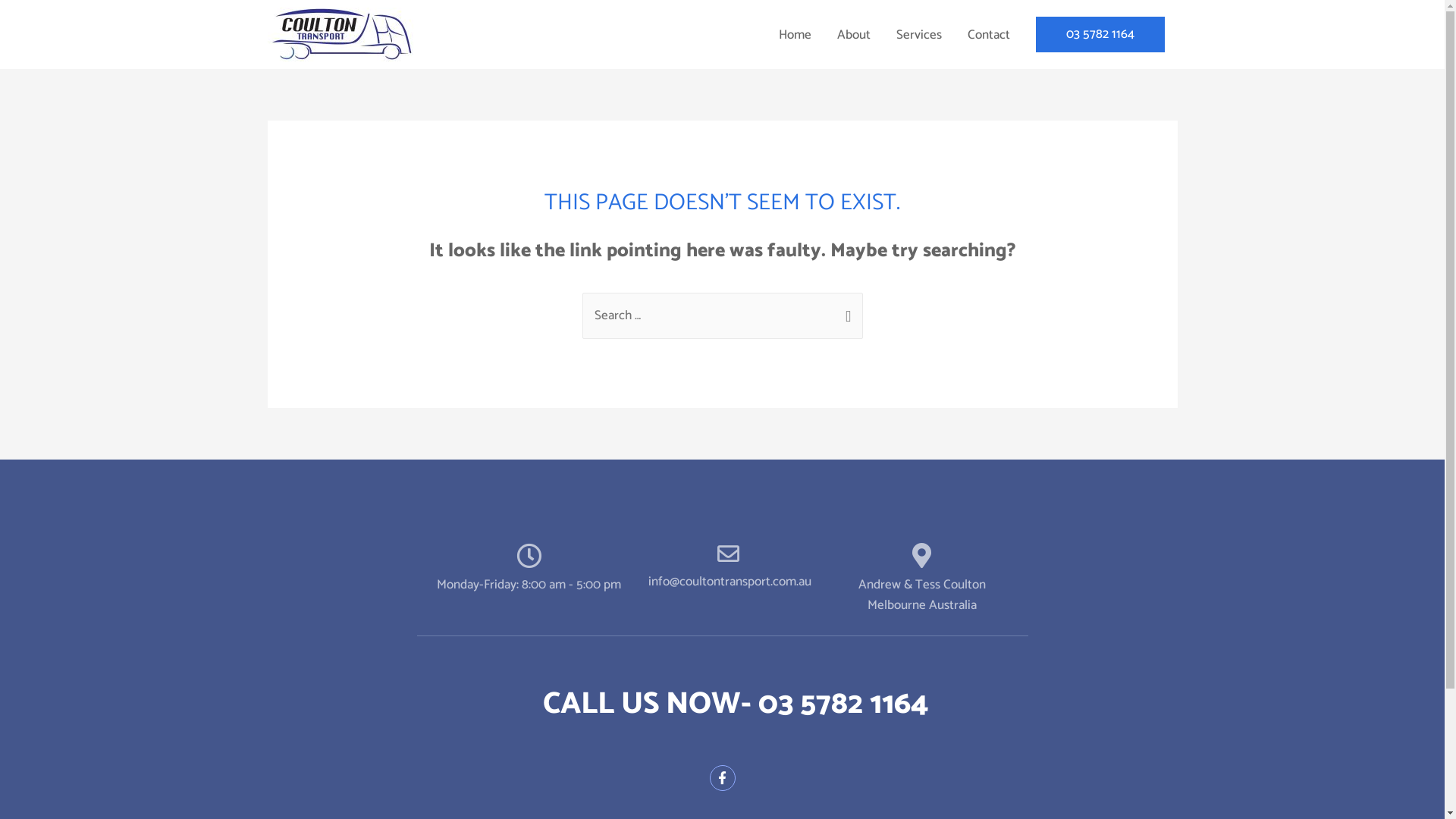  I want to click on 'Search', so click(844, 308).